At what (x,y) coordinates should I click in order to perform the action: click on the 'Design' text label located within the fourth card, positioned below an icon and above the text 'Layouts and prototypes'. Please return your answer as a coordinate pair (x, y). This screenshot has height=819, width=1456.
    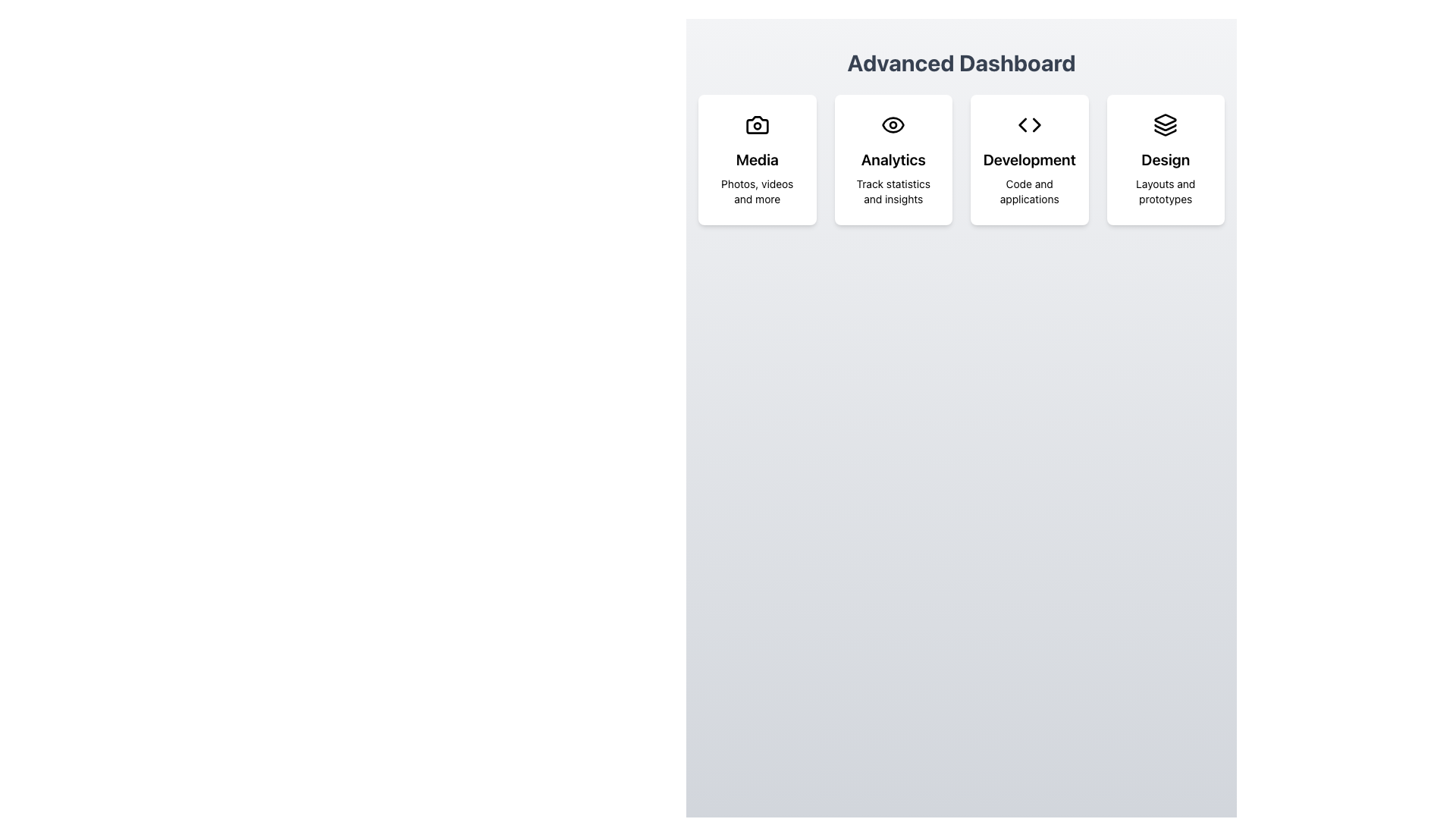
    Looking at the image, I should click on (1165, 160).